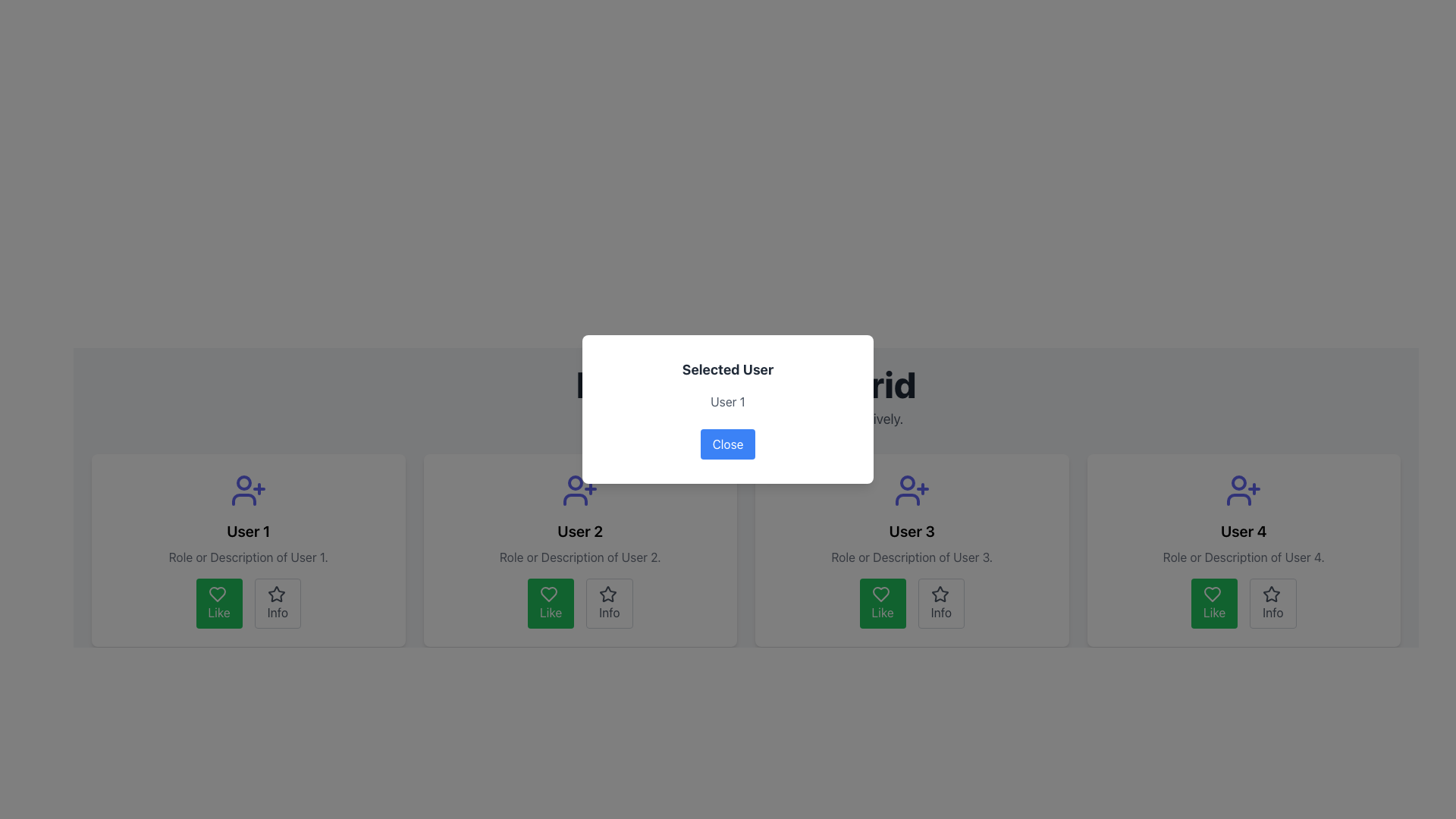  I want to click on the 'Like' button located under the card for 'User 3', which is the first button in the user actions section, so click(883, 602).